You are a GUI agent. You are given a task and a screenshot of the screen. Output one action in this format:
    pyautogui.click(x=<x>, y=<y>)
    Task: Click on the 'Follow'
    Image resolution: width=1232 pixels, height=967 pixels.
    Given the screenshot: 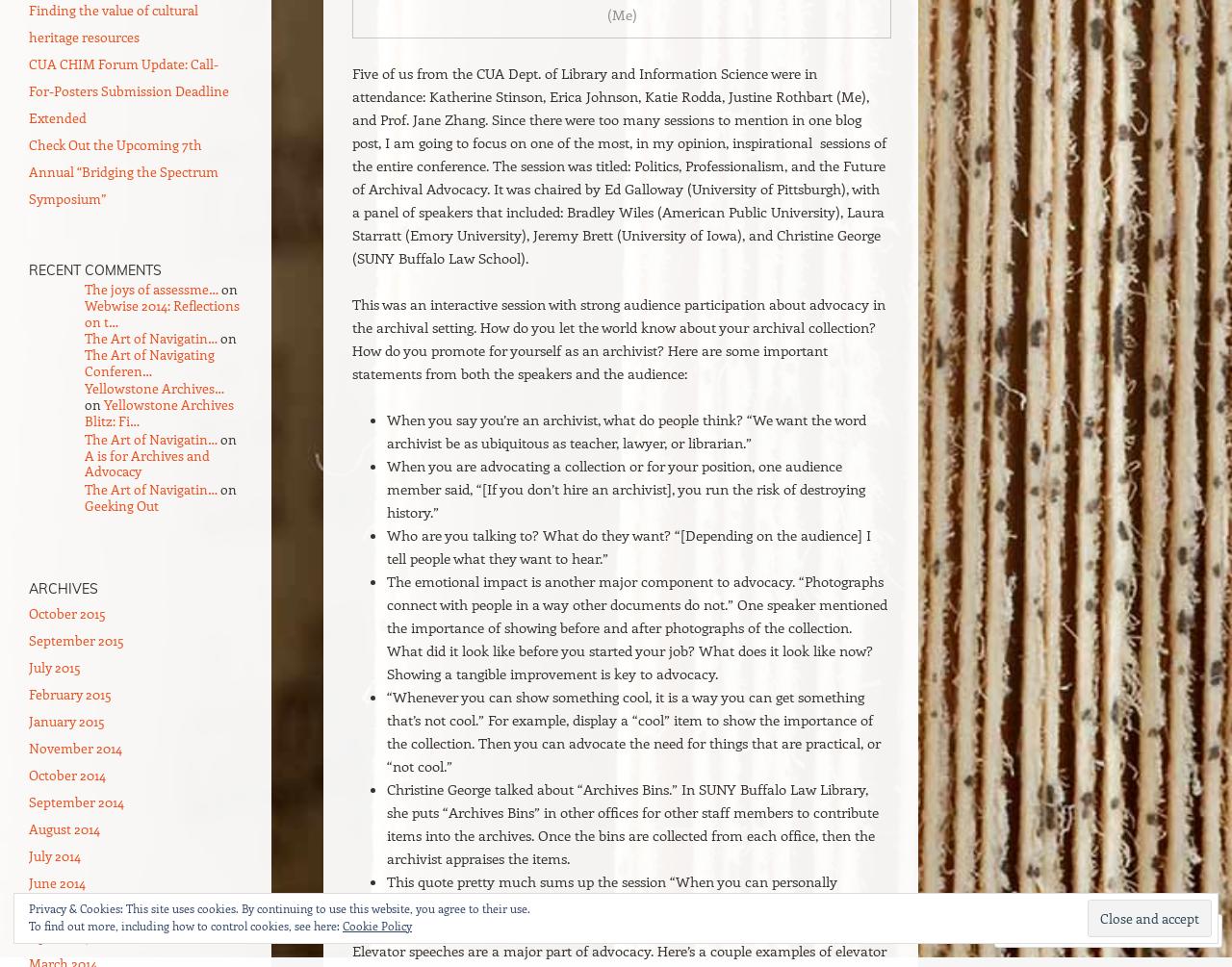 What is the action you would take?
    pyautogui.click(x=1136, y=929)
    